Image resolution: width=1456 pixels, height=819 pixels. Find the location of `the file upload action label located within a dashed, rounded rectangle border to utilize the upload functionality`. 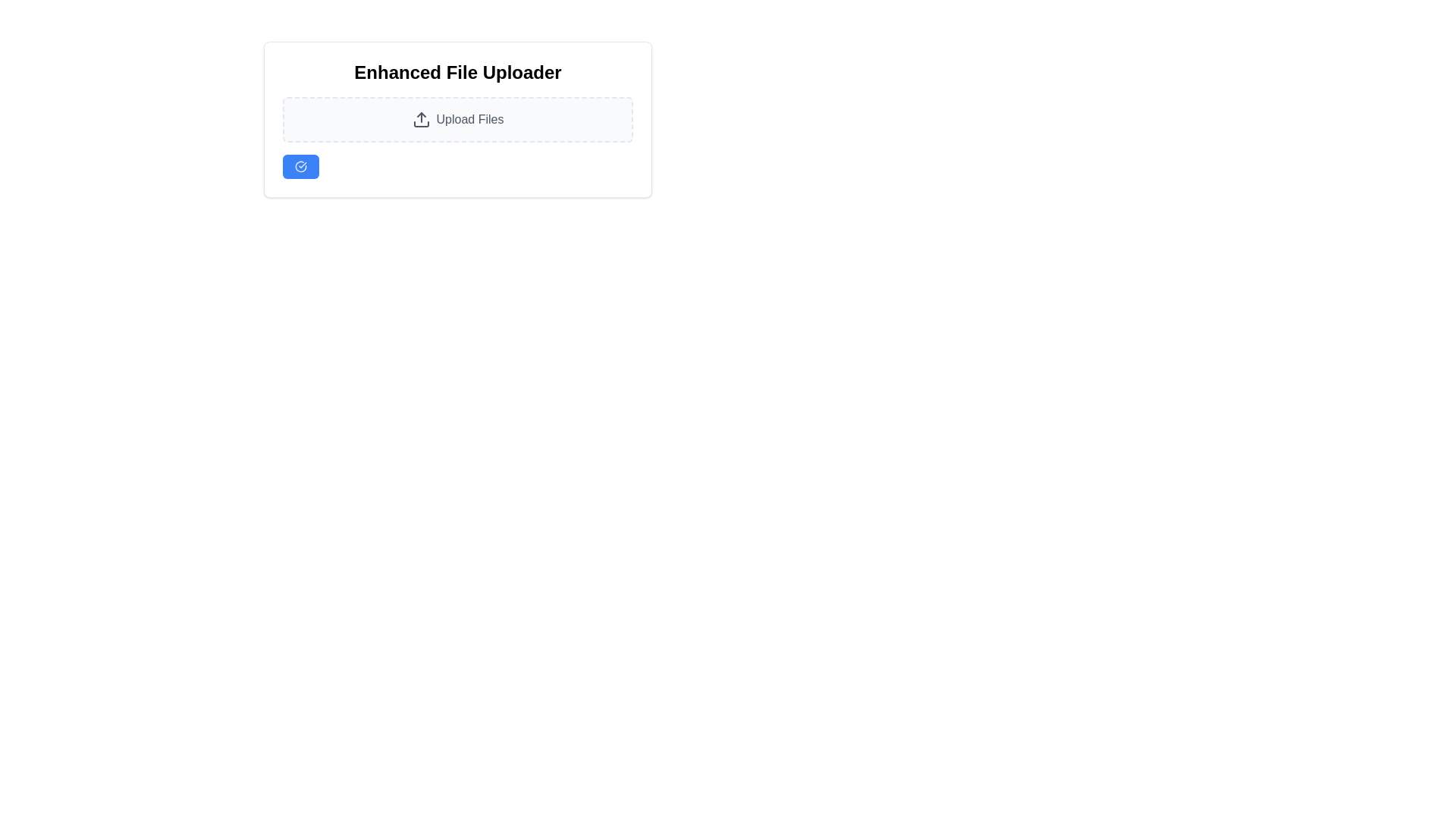

the file upload action label located within a dashed, rounded rectangle border to utilize the upload functionality is located at coordinates (469, 119).